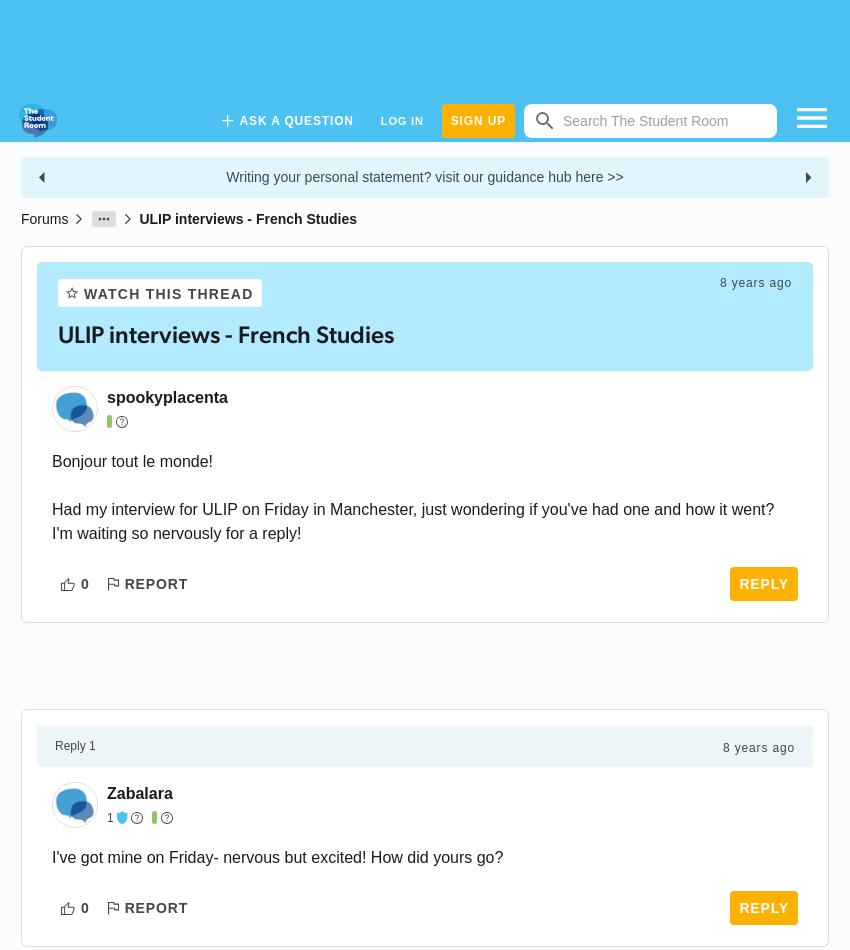 Image resolution: width=850 pixels, height=950 pixels. What do you see at coordinates (294, 119) in the screenshot?
I see `'Ask a question'` at bounding box center [294, 119].